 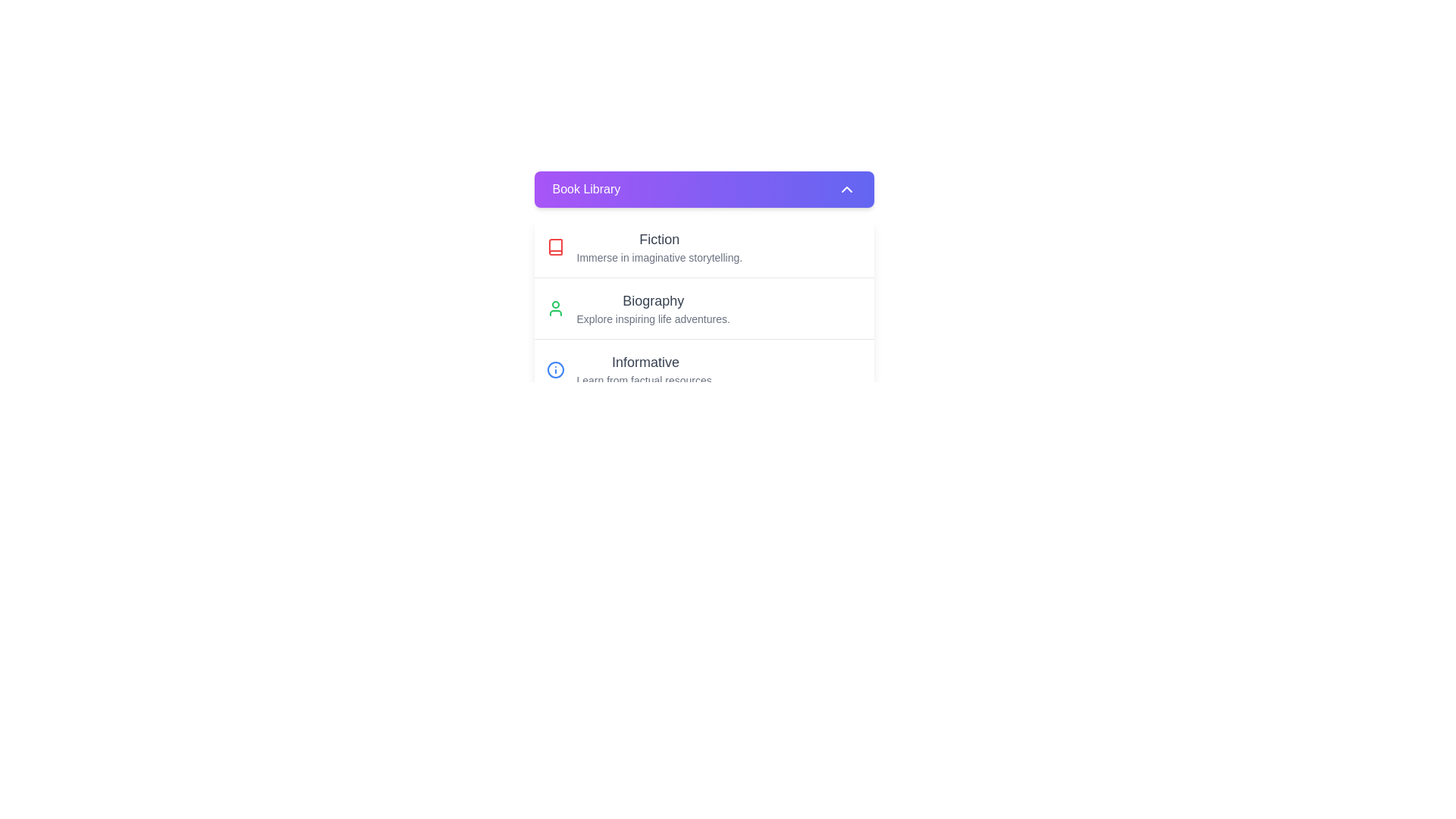 I want to click on the 'Biography' menu item, which is the middle entry in the vertical list of the 'Book Library' panel, featuring a green user icon and two lines of text, so click(x=703, y=307).